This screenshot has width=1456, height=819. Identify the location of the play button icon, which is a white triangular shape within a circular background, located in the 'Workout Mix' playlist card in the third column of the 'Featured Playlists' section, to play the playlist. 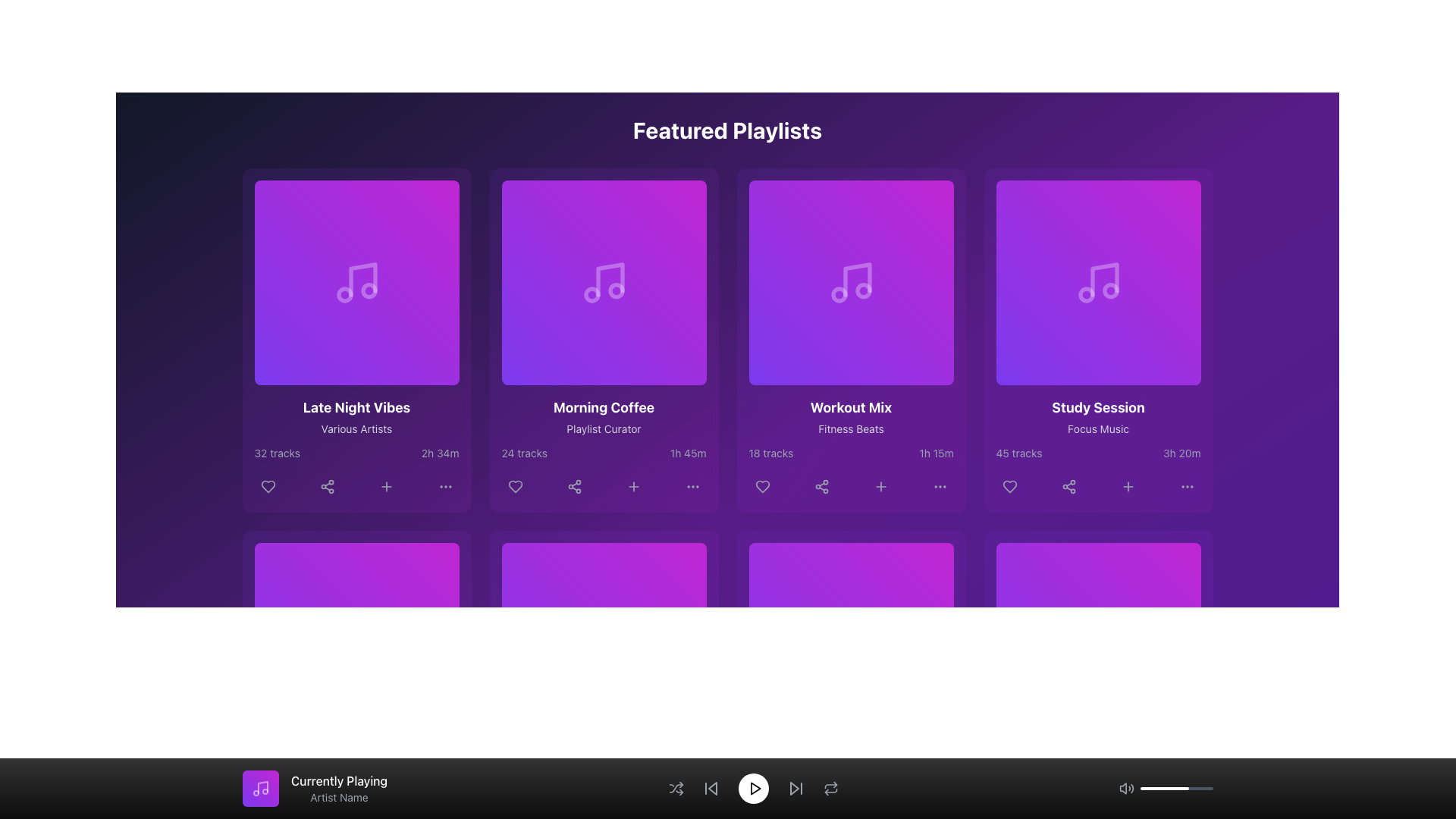
(852, 283).